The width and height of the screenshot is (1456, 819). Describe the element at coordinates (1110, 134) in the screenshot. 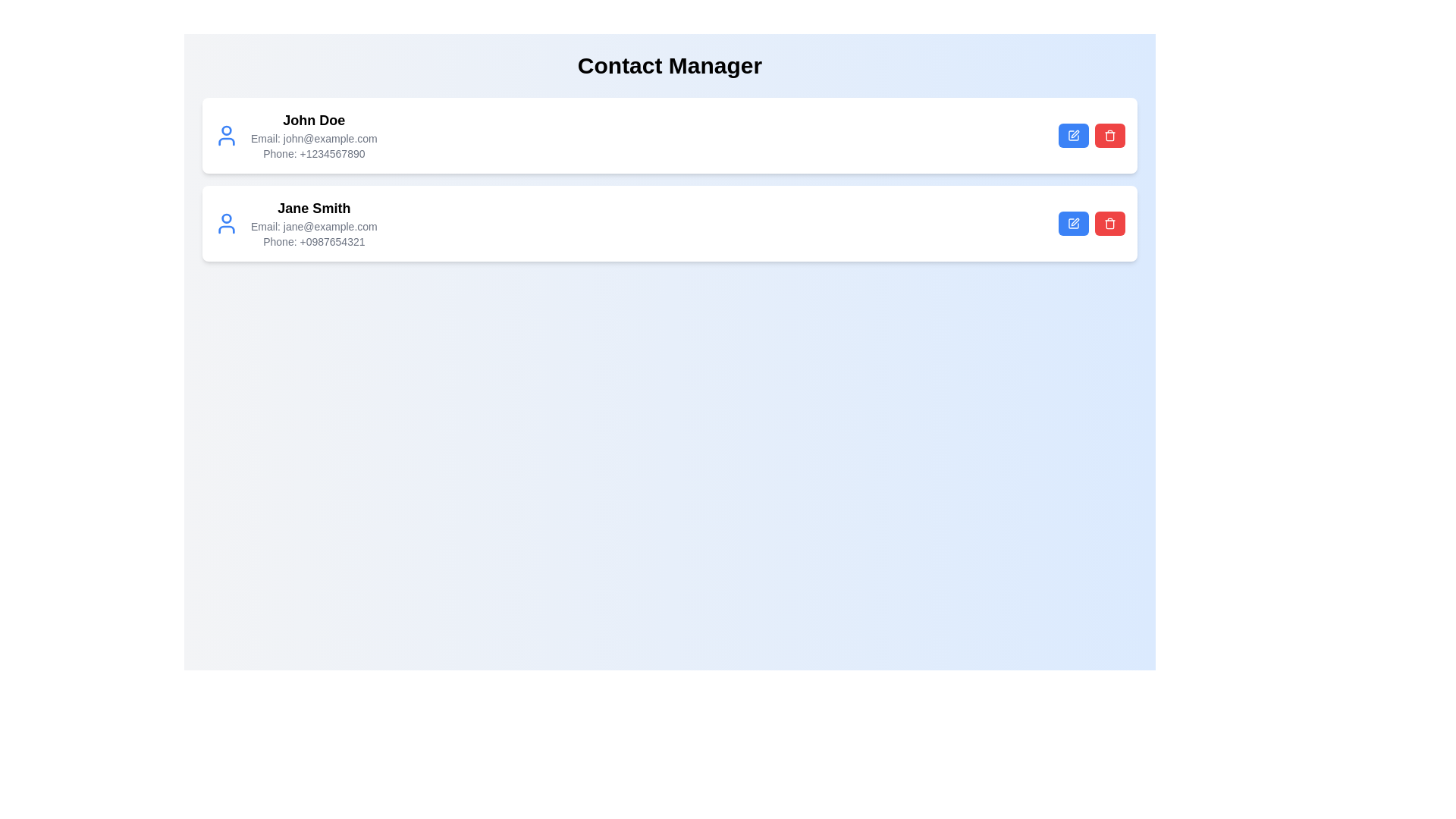

I see `the delete icon button in the second entry of the contact list, which is located to the right of a blue button` at that location.